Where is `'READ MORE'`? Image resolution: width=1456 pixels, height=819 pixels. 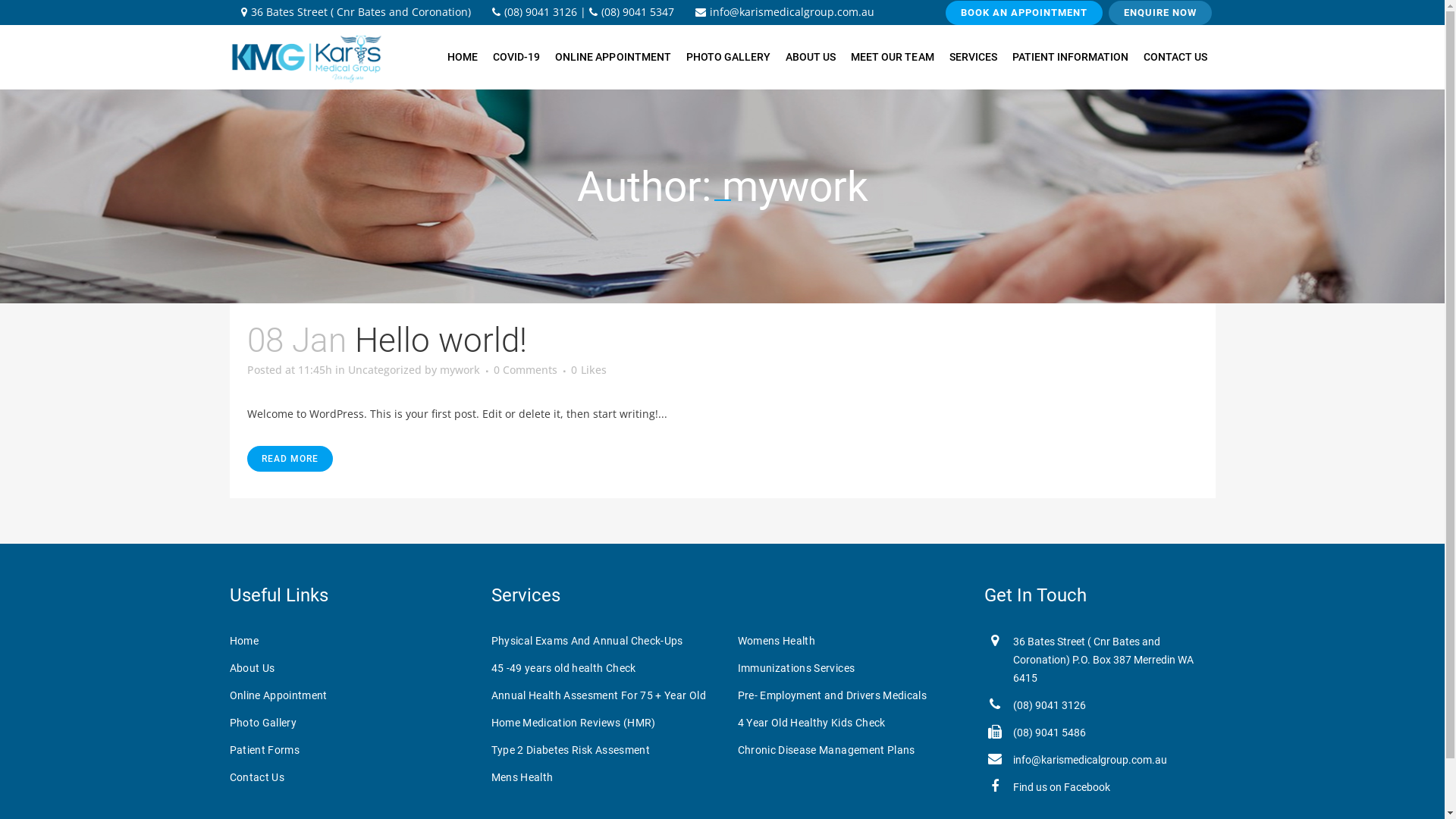
'READ MORE' is located at coordinates (290, 458).